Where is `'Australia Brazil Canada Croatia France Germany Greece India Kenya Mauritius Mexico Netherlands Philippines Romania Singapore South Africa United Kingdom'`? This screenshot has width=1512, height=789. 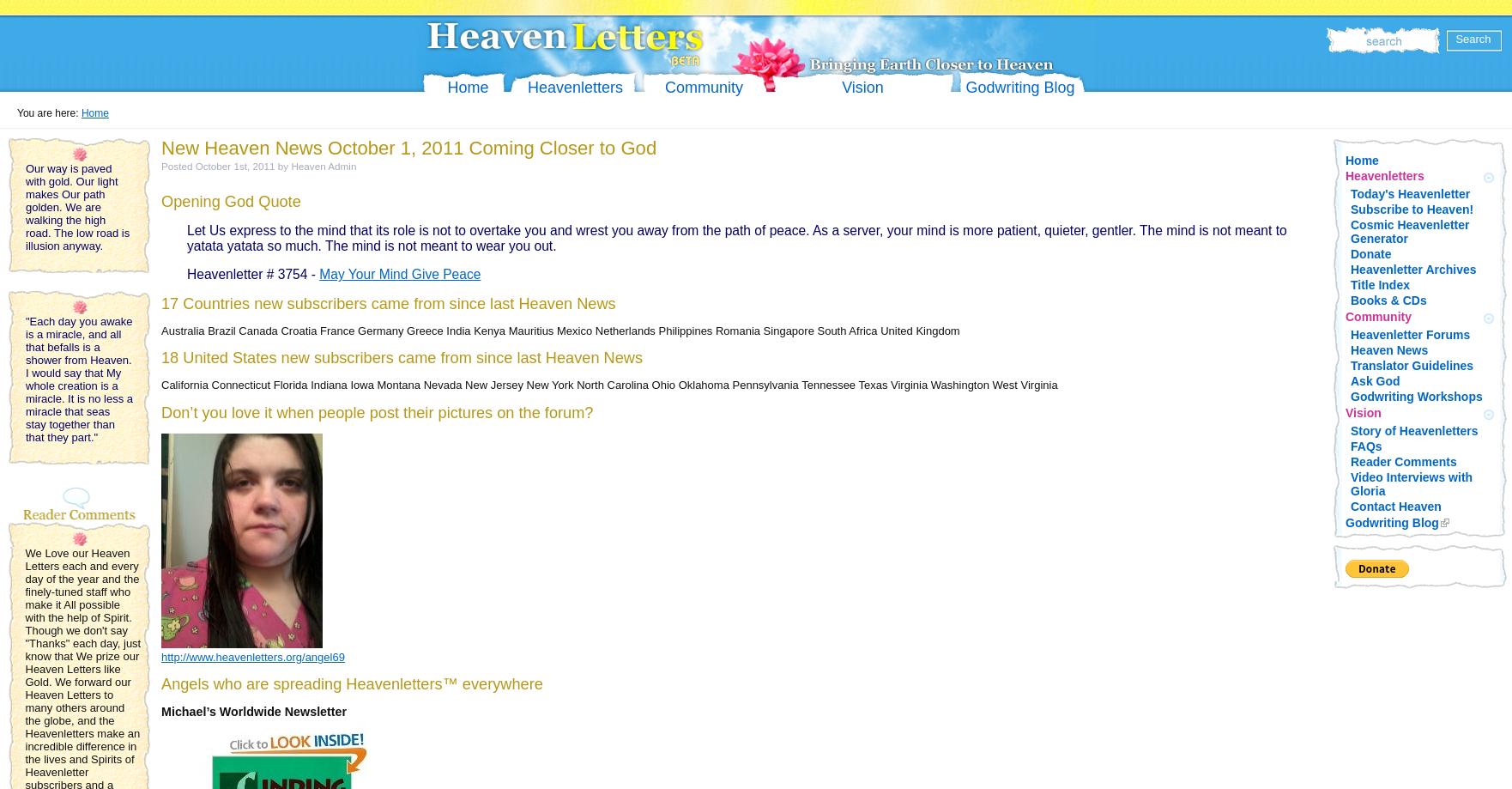
'Australia Brazil Canada Croatia France Germany Greece India Kenya Mauritius Mexico Netherlands Philippines Romania Singapore South Africa United Kingdom' is located at coordinates (559, 331).